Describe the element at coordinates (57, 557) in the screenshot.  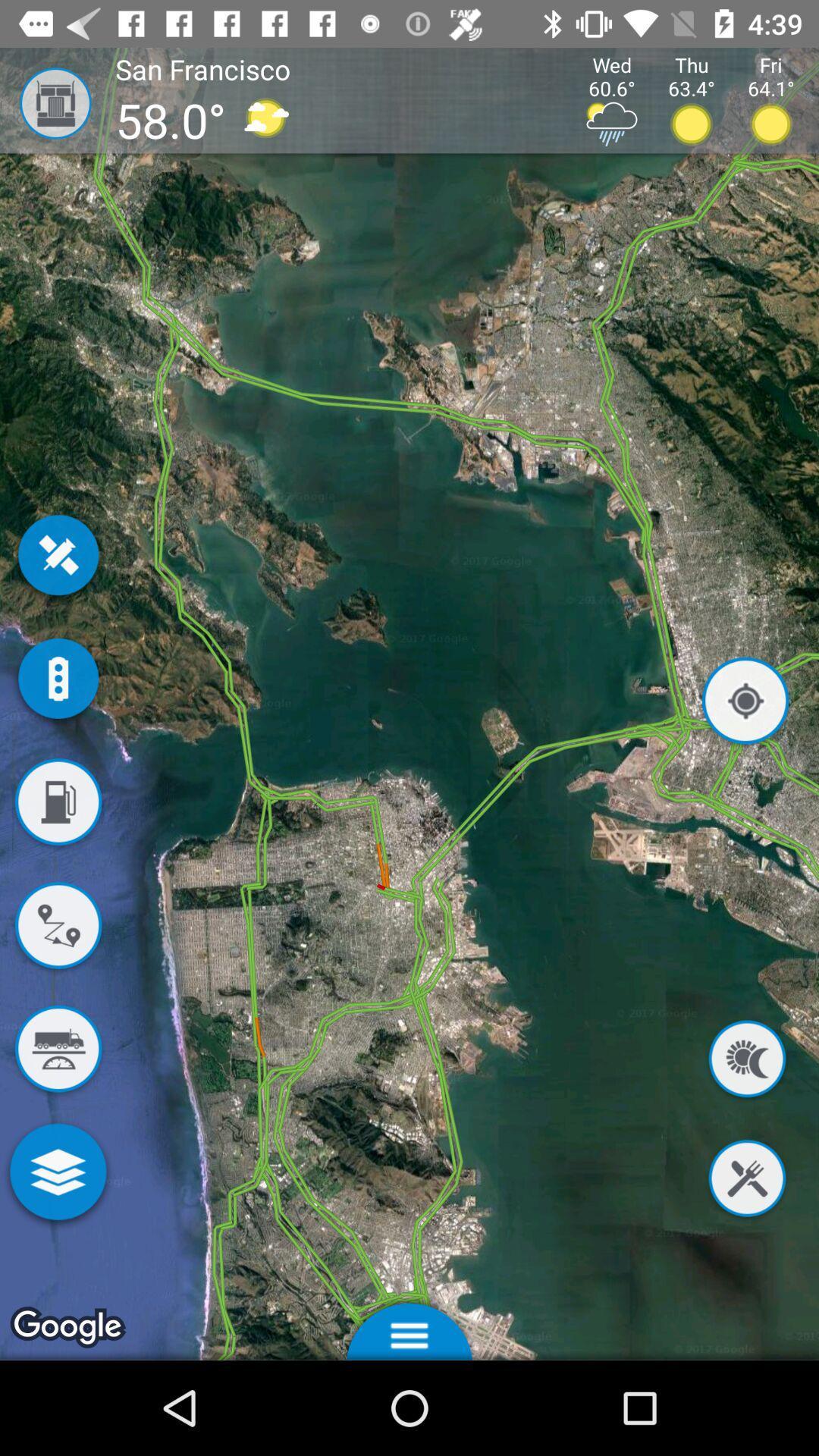
I see `the close icon` at that location.